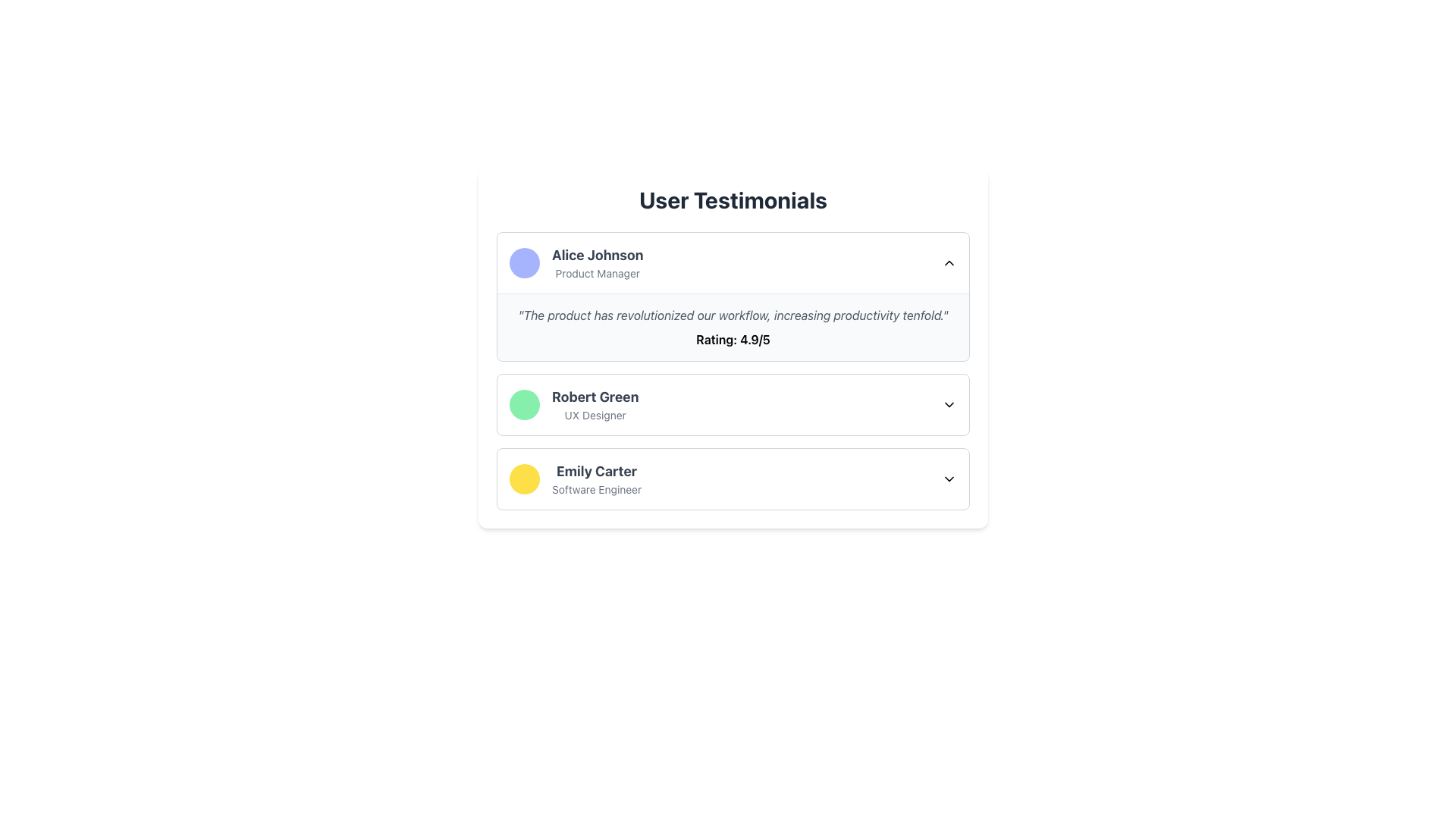 This screenshot has height=819, width=1456. I want to click on testimonial displayed in the text block for 'Alice Johnson', which is centered on her testimonial card, positioned below her name and title, so click(733, 326).